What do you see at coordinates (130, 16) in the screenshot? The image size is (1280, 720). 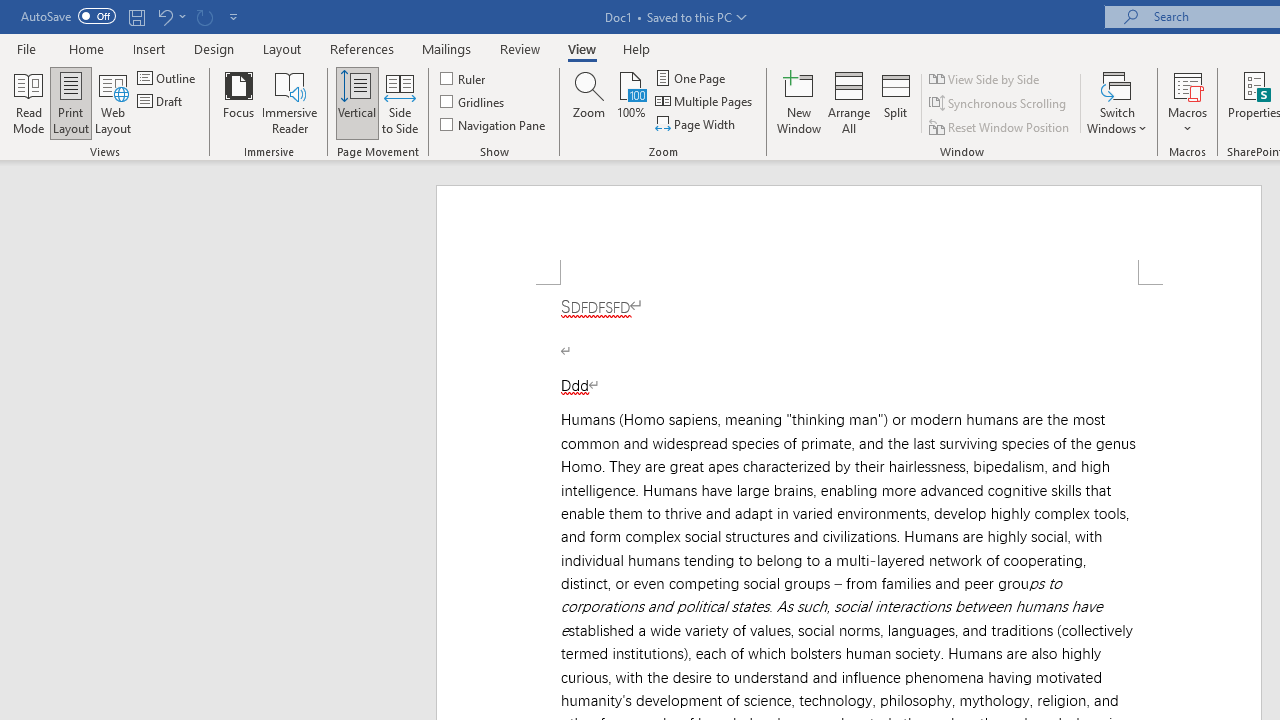 I see `'Quick Access Toolbar'` at bounding box center [130, 16].